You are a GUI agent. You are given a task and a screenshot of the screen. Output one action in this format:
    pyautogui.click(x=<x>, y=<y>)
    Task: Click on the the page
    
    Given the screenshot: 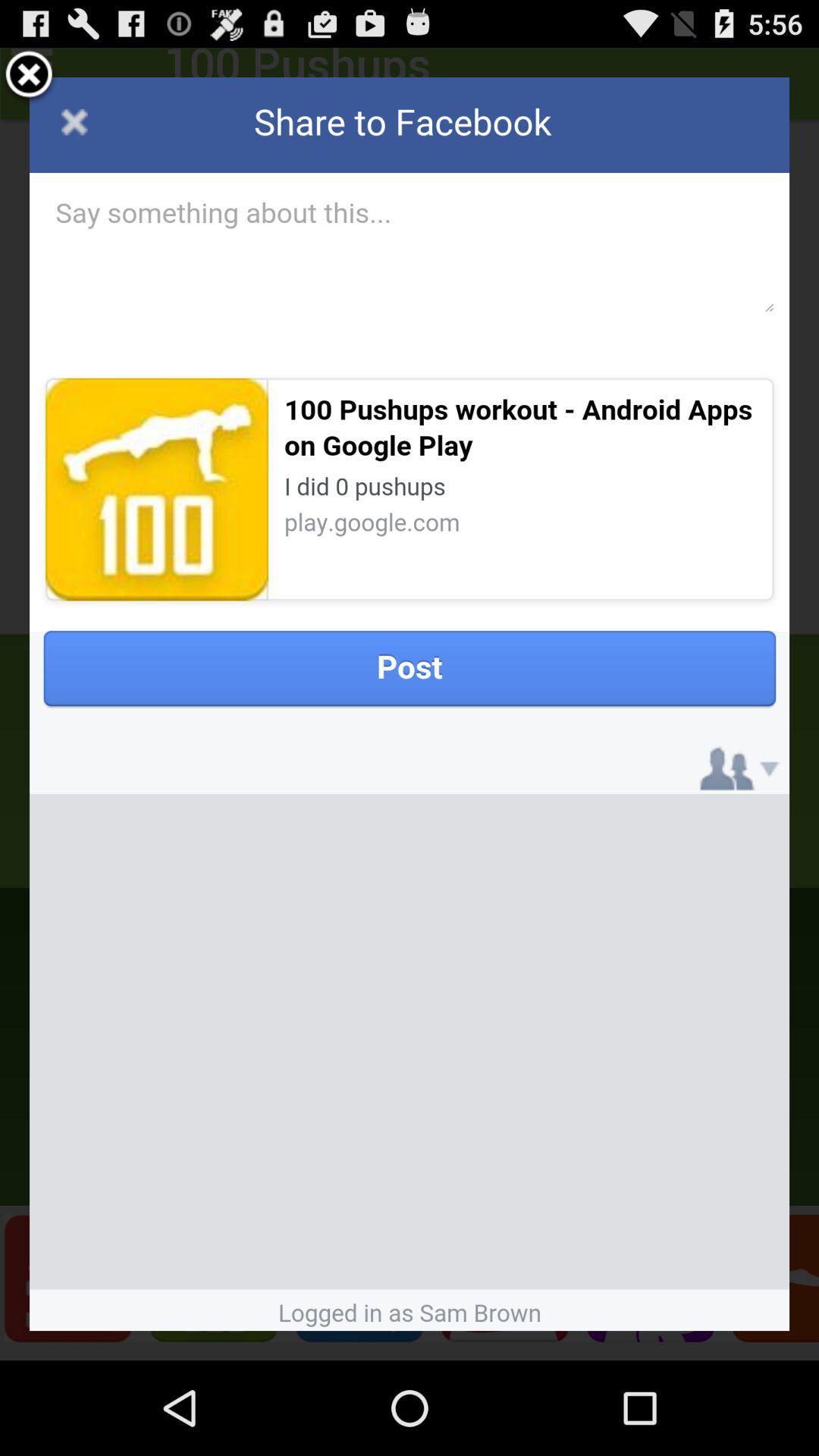 What is the action you would take?
    pyautogui.click(x=29, y=76)
    